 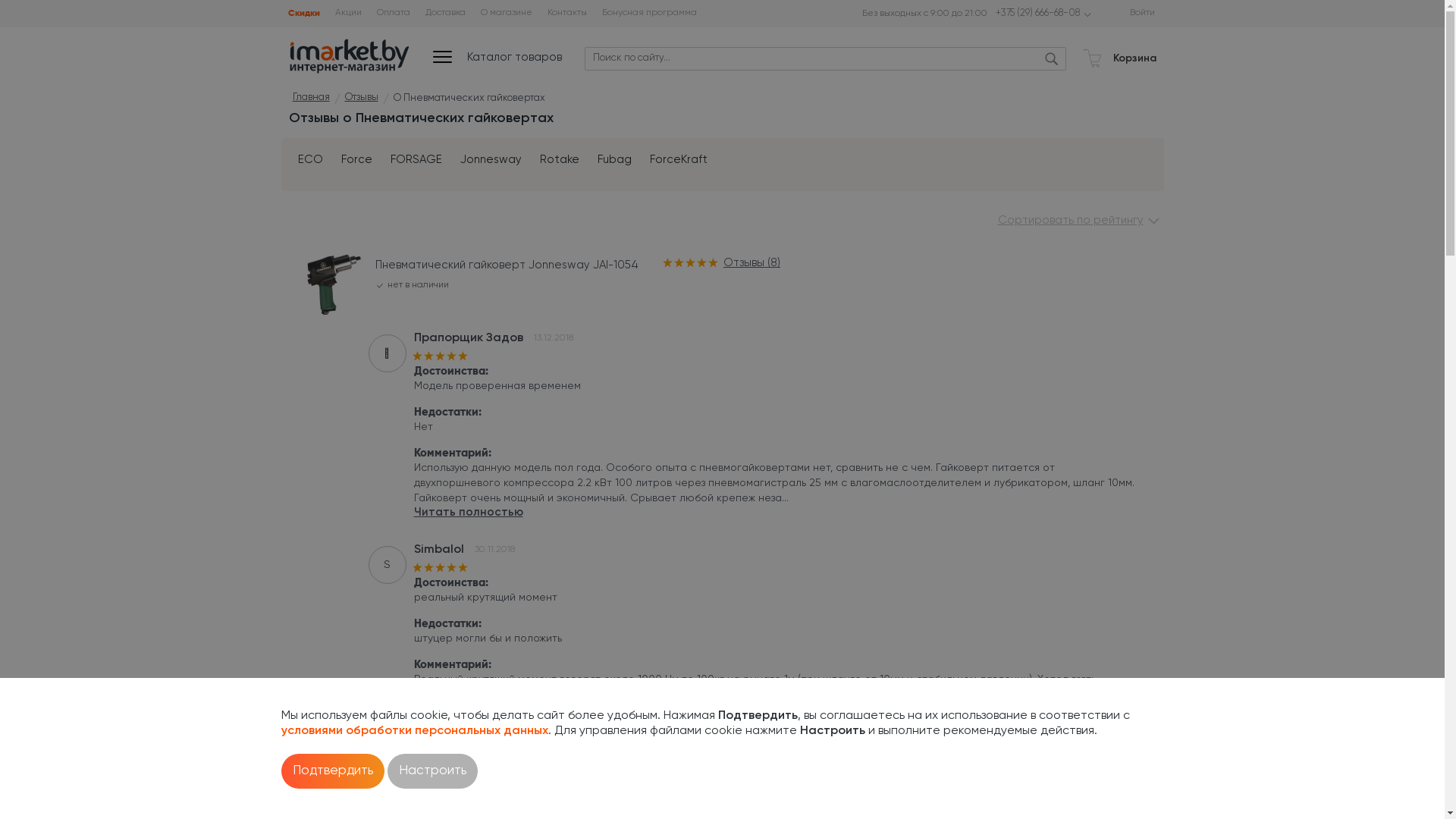 What do you see at coordinates (450, 160) in the screenshot?
I see `'Jonnesway'` at bounding box center [450, 160].